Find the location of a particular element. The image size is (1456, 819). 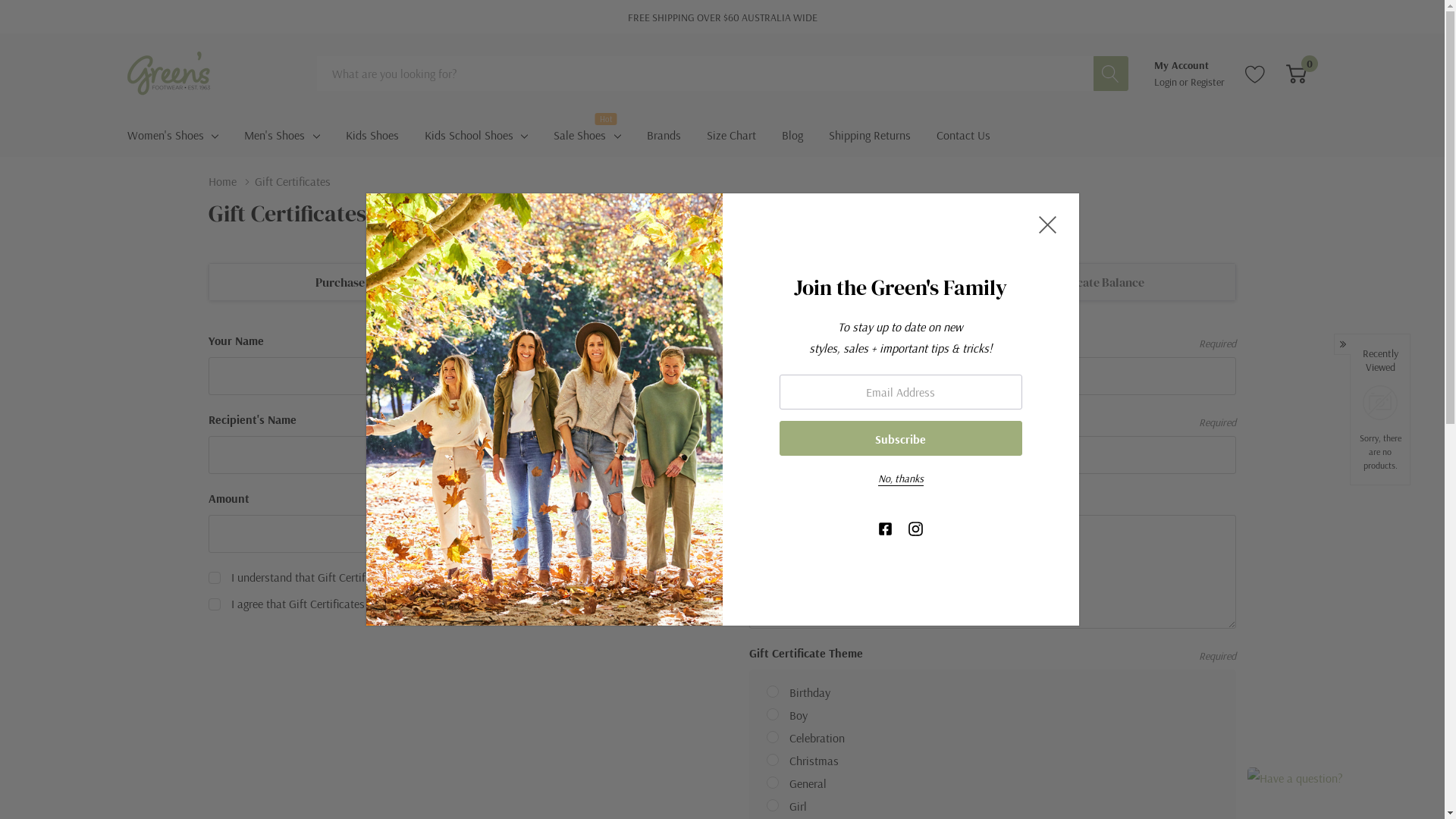

'Subscribe' is located at coordinates (900, 438).